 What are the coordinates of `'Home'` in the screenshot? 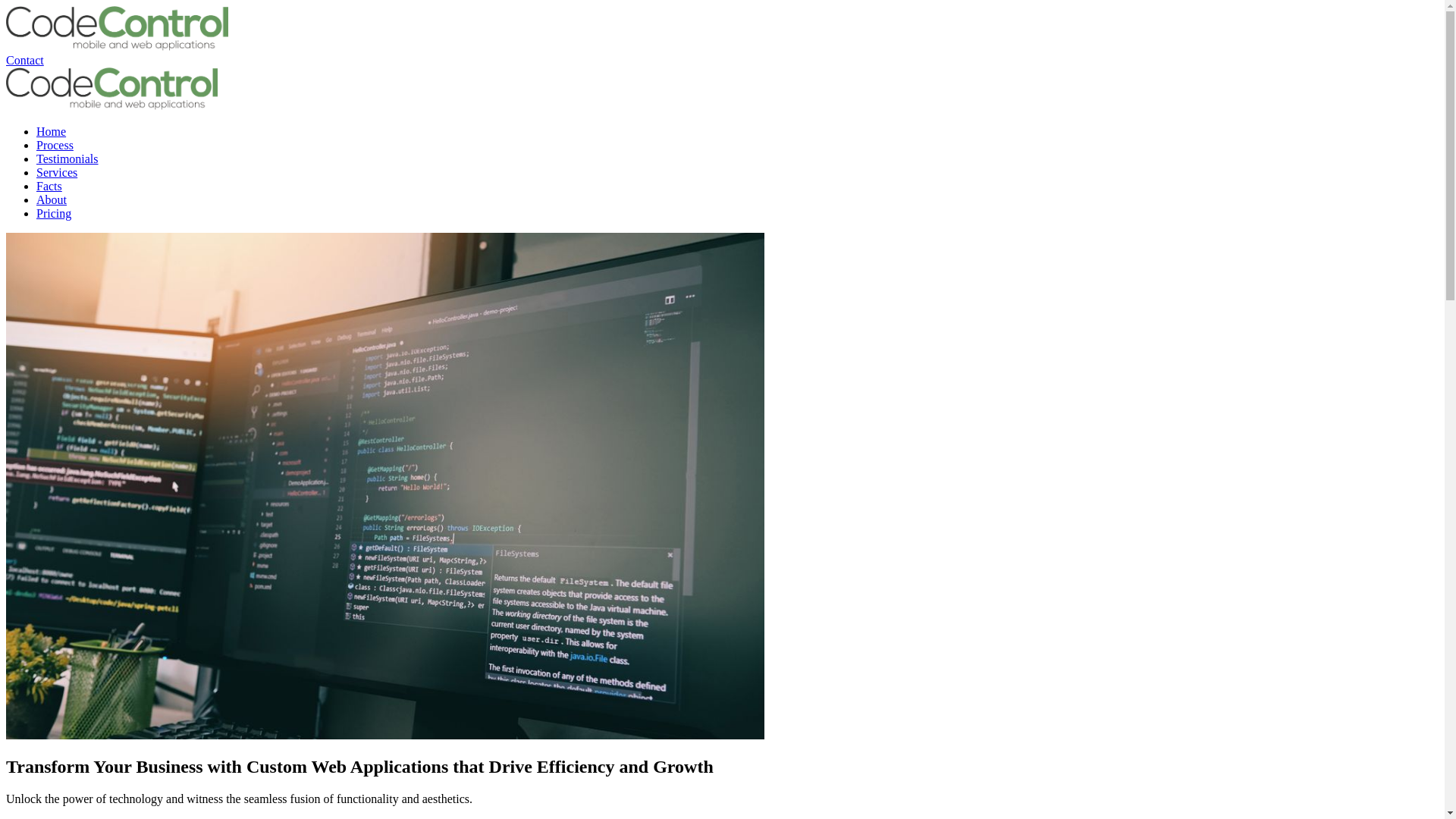 It's located at (51, 130).